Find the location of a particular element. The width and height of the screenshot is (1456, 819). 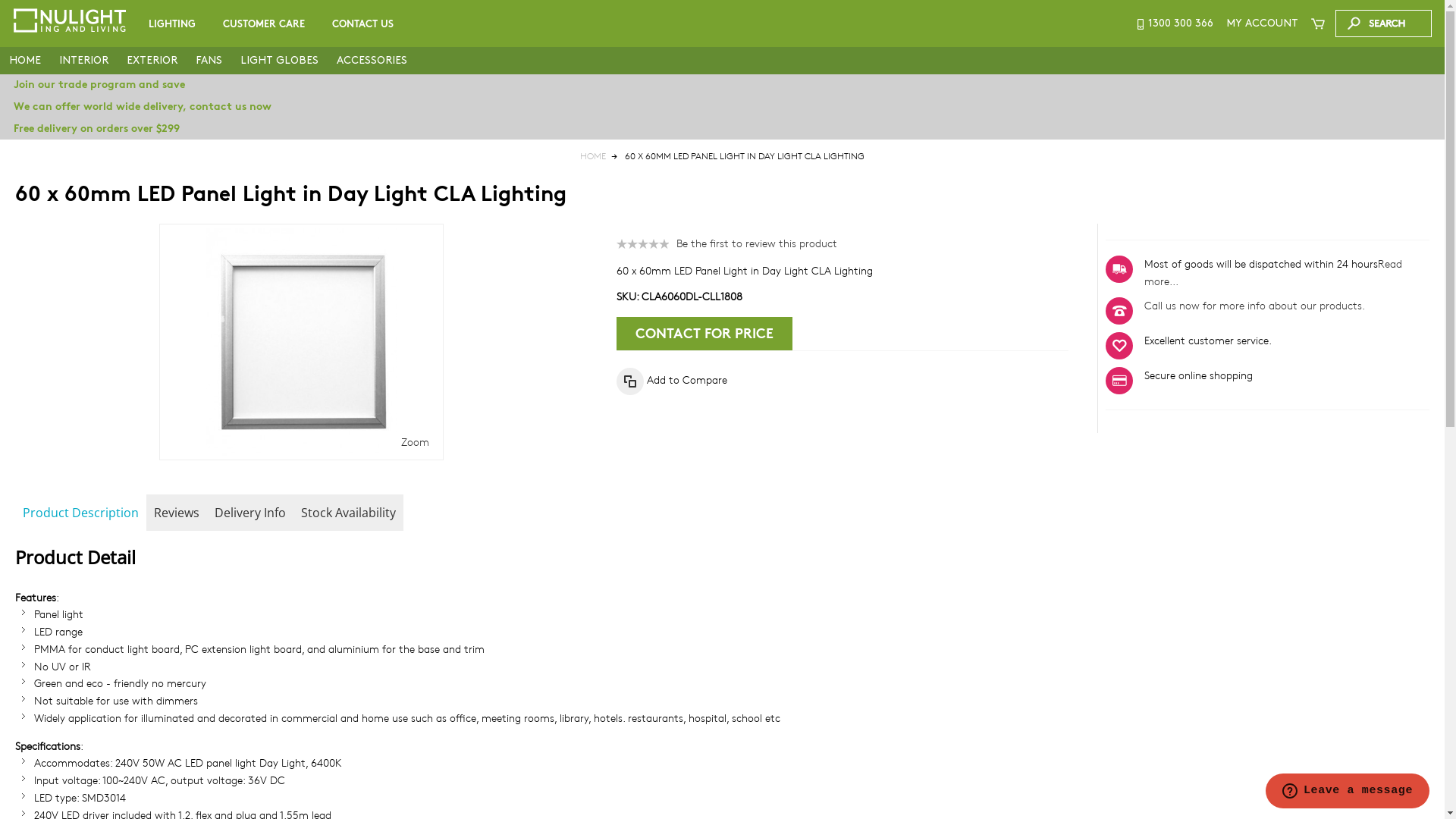

'CONTACT US' is located at coordinates (362, 24).